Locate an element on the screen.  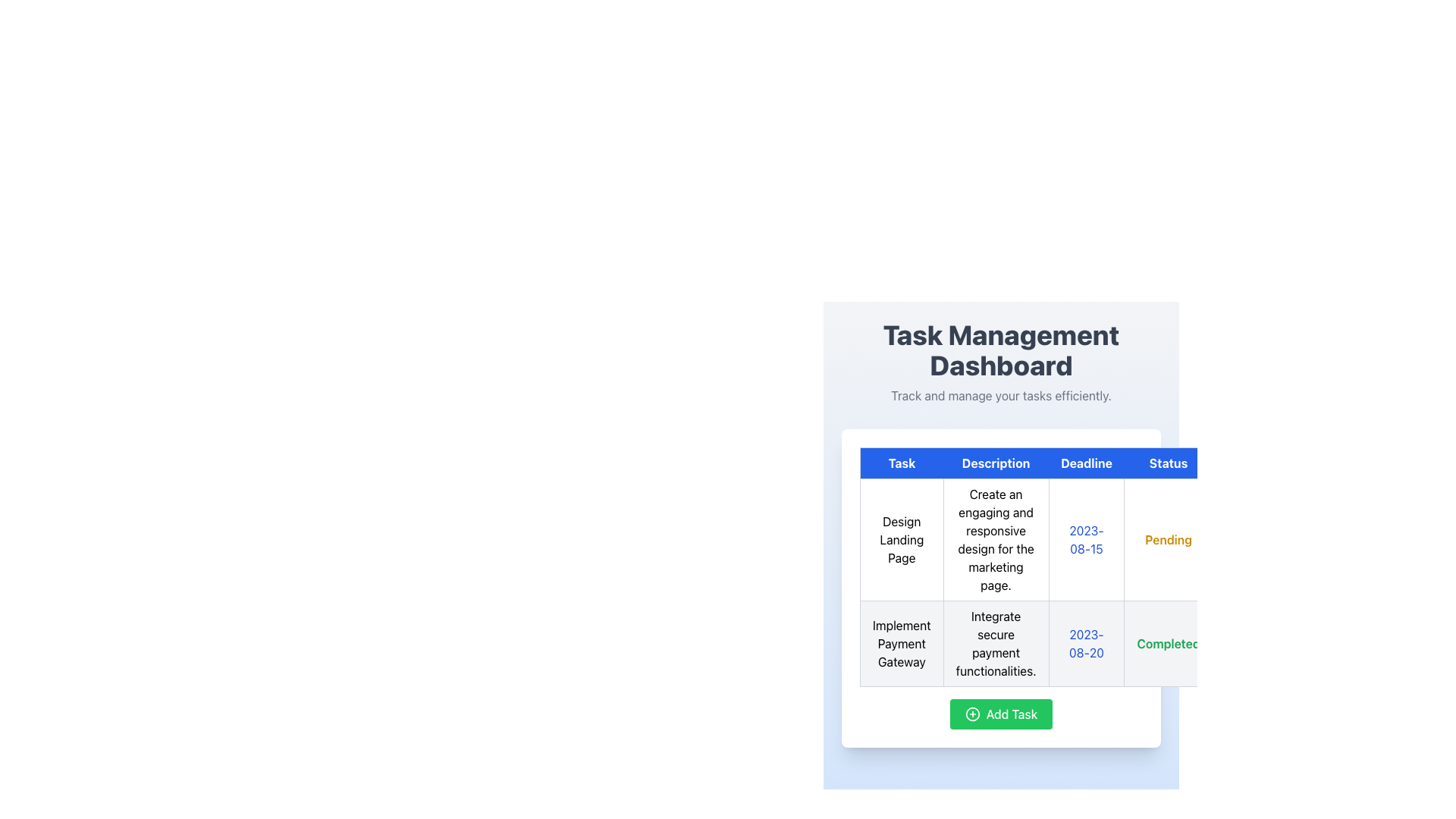
the Text Label element displaying 'Design Landing Page', which is located in the first column of the first row beneath the 'Task' header is located at coordinates (902, 539).